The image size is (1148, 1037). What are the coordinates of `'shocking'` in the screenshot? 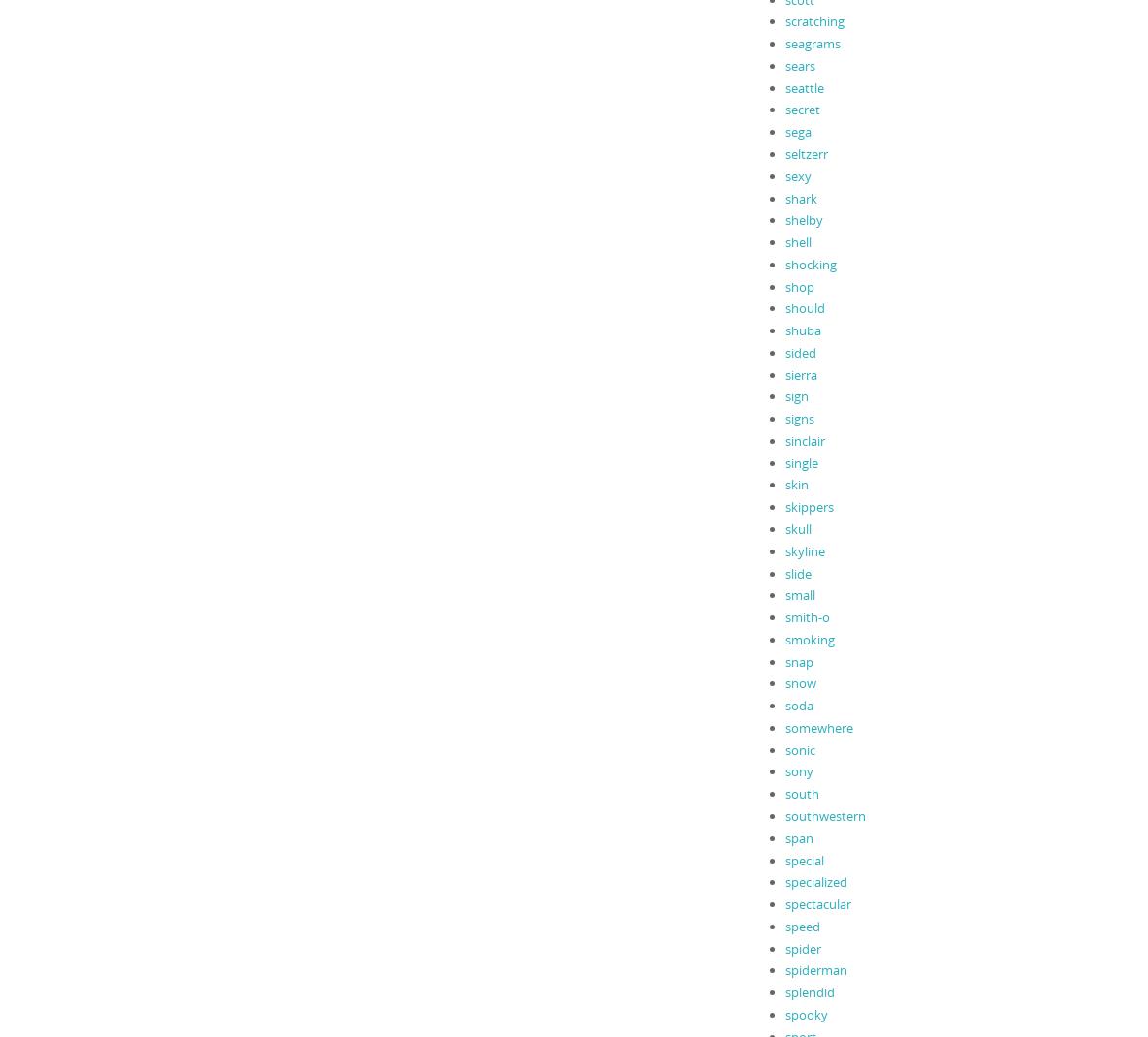 It's located at (783, 263).